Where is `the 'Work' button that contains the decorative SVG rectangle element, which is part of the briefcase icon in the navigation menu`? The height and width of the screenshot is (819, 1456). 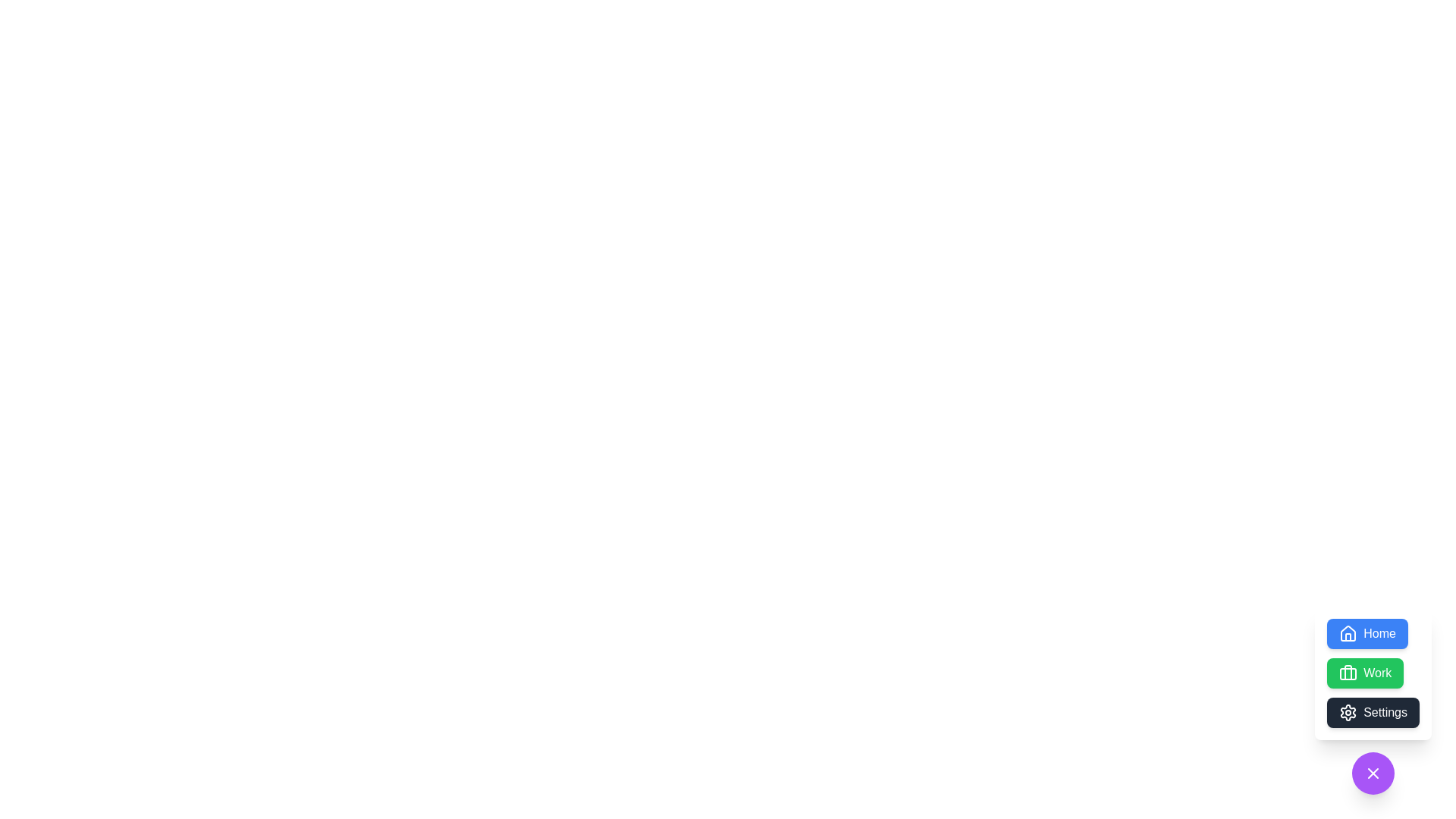
the 'Work' button that contains the decorative SVG rectangle element, which is part of the briefcase icon in the navigation menu is located at coordinates (1348, 673).